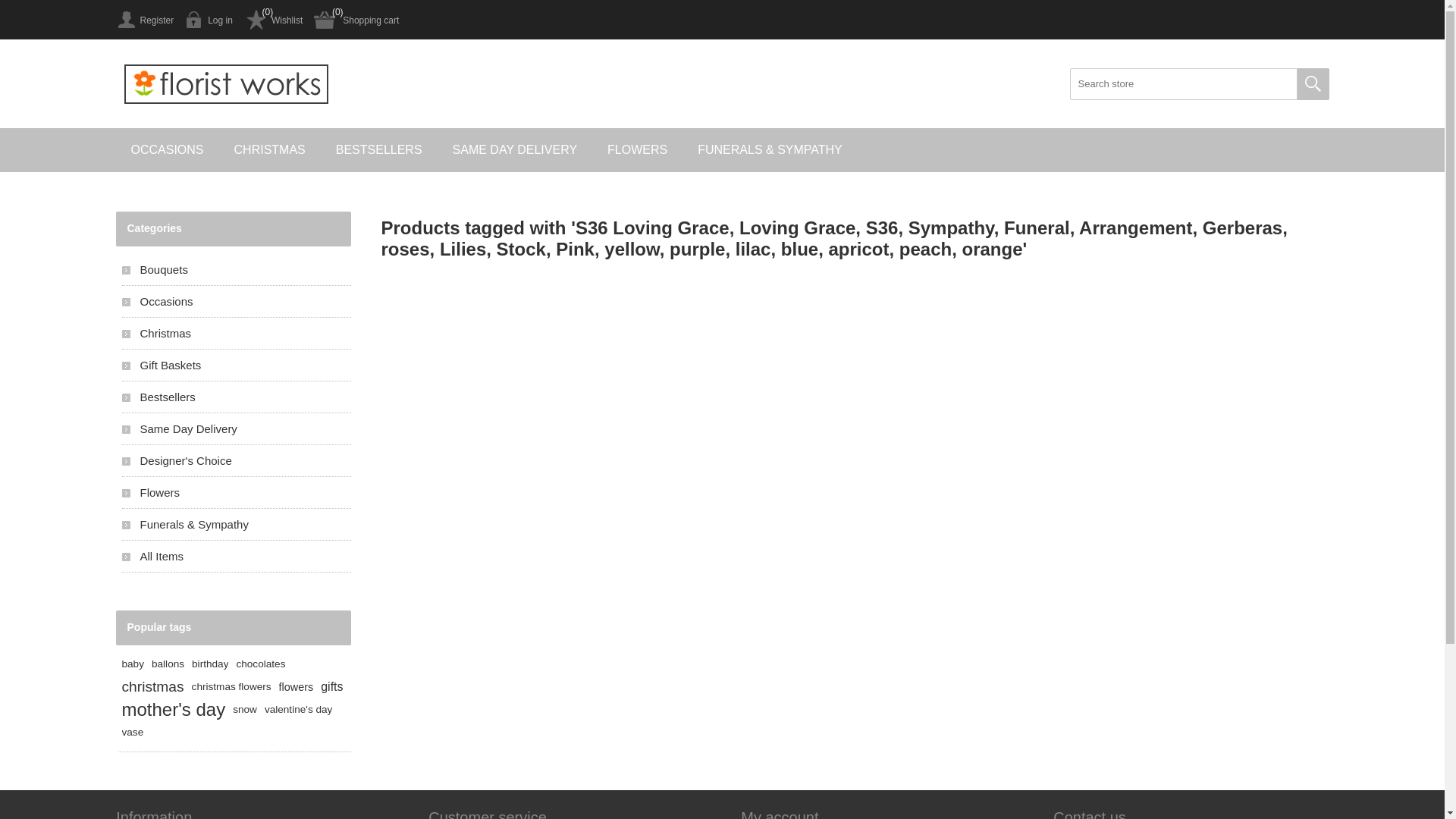  What do you see at coordinates (312, 20) in the screenshot?
I see `'Shopping cart'` at bounding box center [312, 20].